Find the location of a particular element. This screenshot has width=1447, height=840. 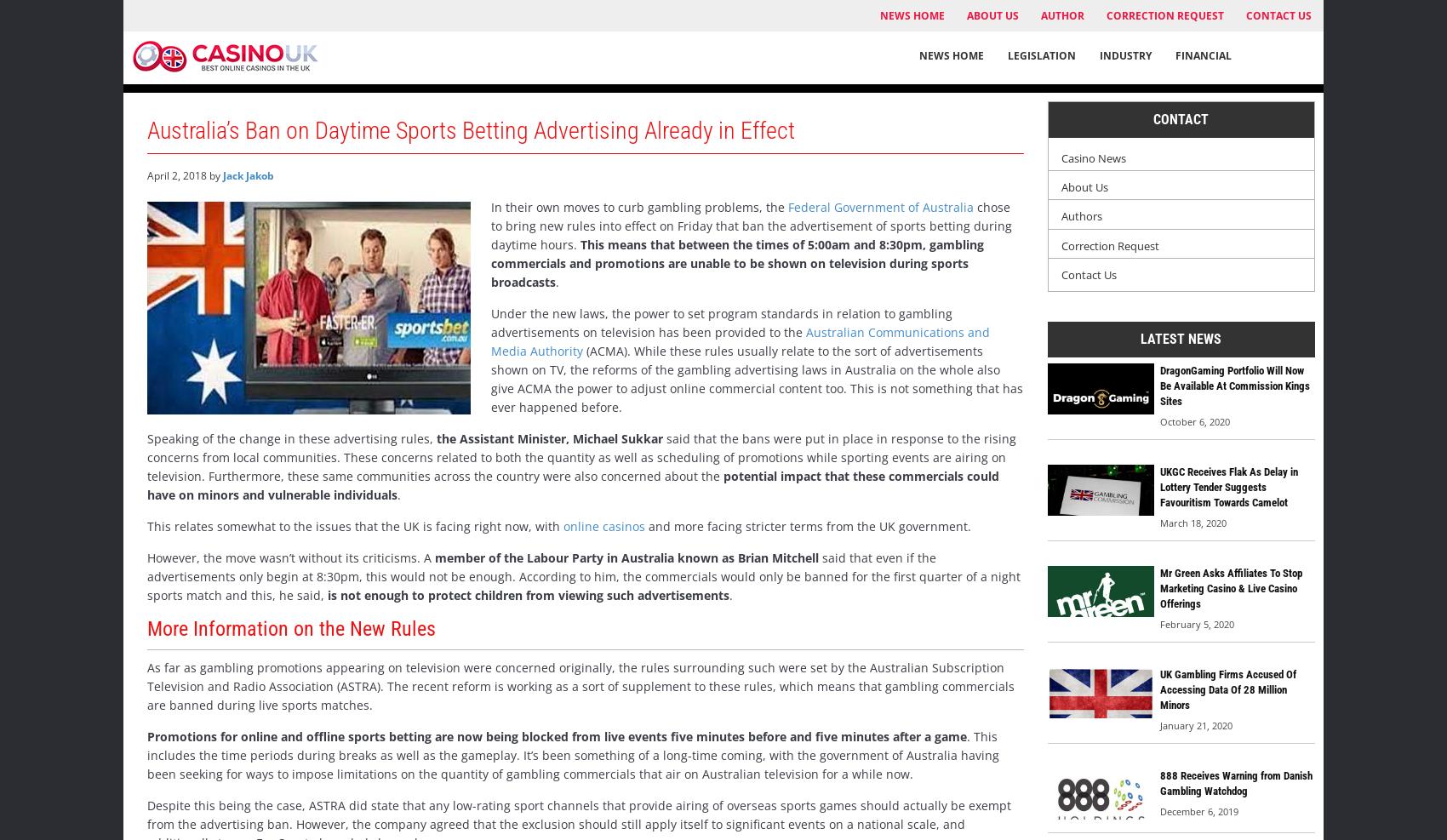

'said that even if the advertisements only begin at 8:30pm, this would not be enough. According to him, the commercials would only be banned for the first quarter of a night sports match and this, he said,' is located at coordinates (146, 575).